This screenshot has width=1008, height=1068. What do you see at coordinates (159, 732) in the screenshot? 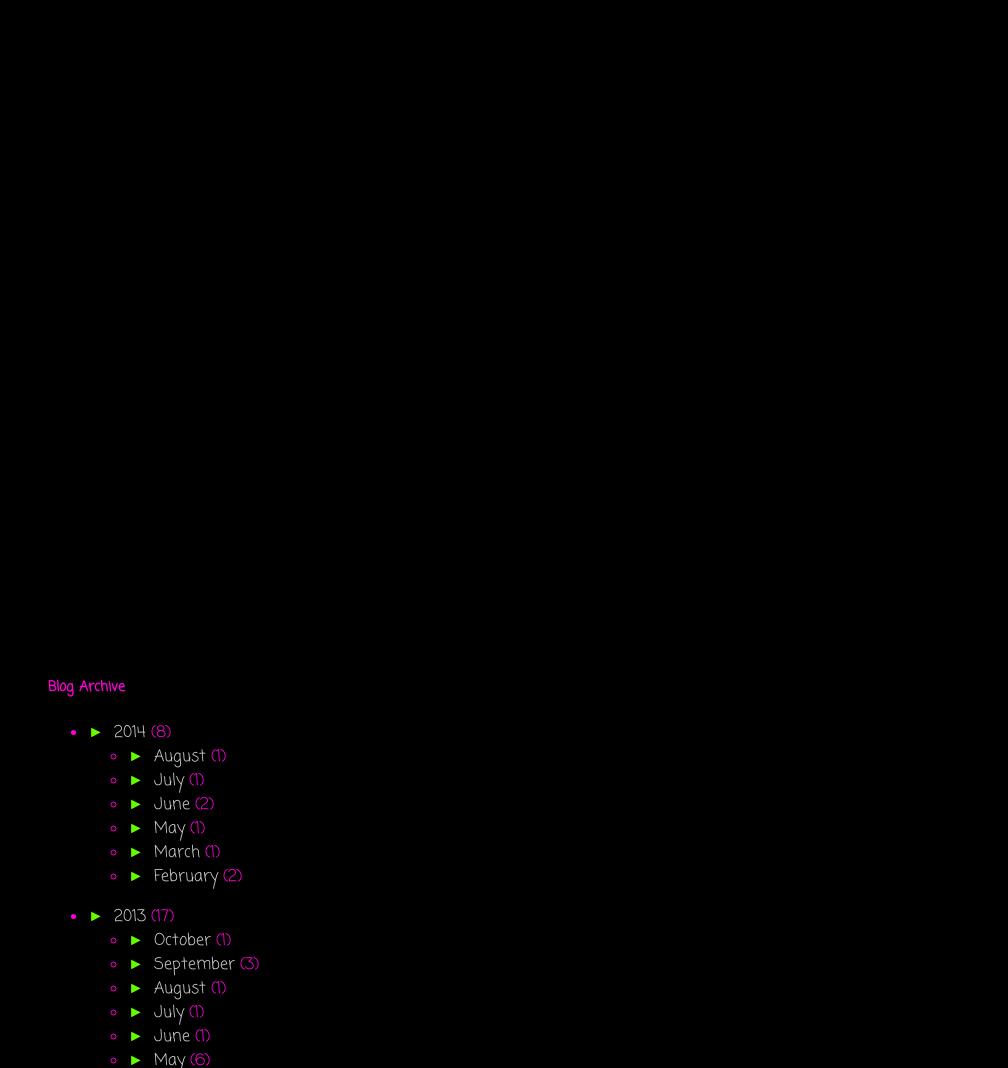
I see `'(8)'` at bounding box center [159, 732].